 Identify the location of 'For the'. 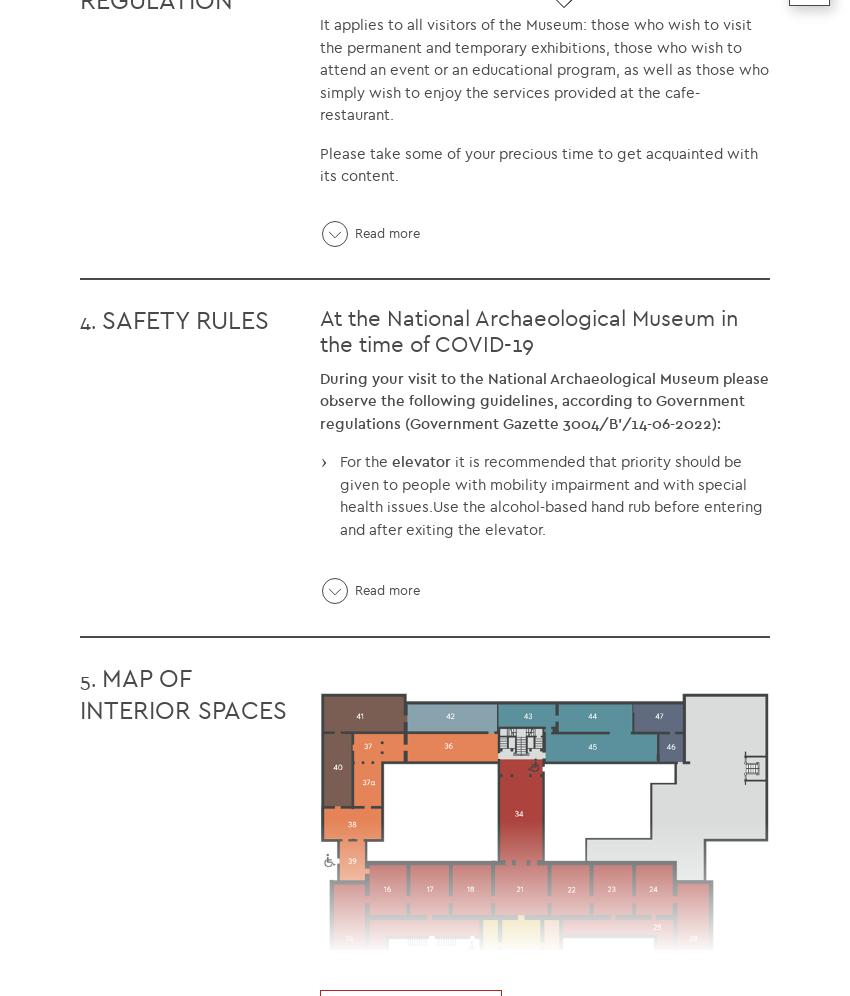
(340, 460).